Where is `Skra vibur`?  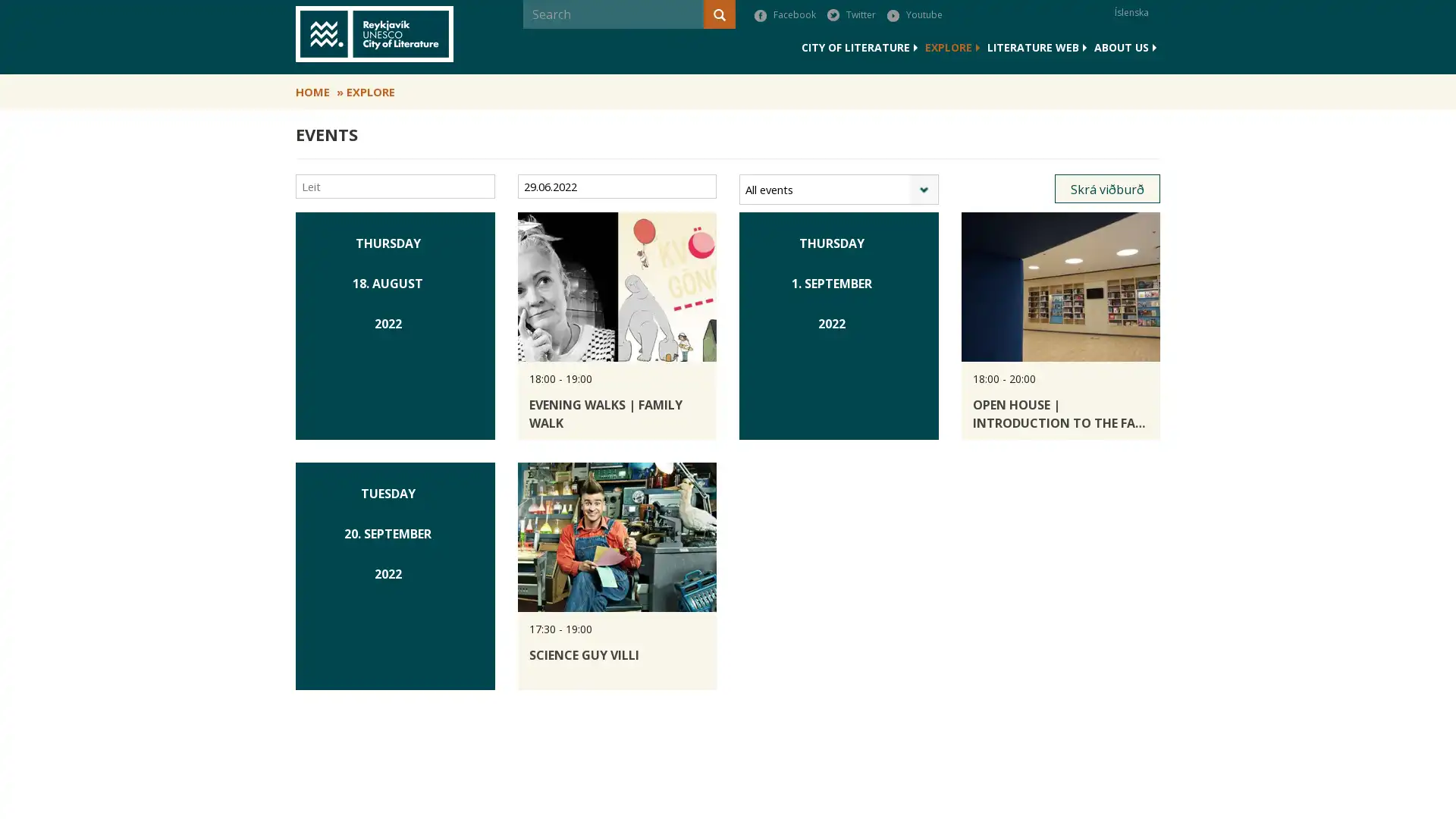
Skra vibur is located at coordinates (1107, 189).